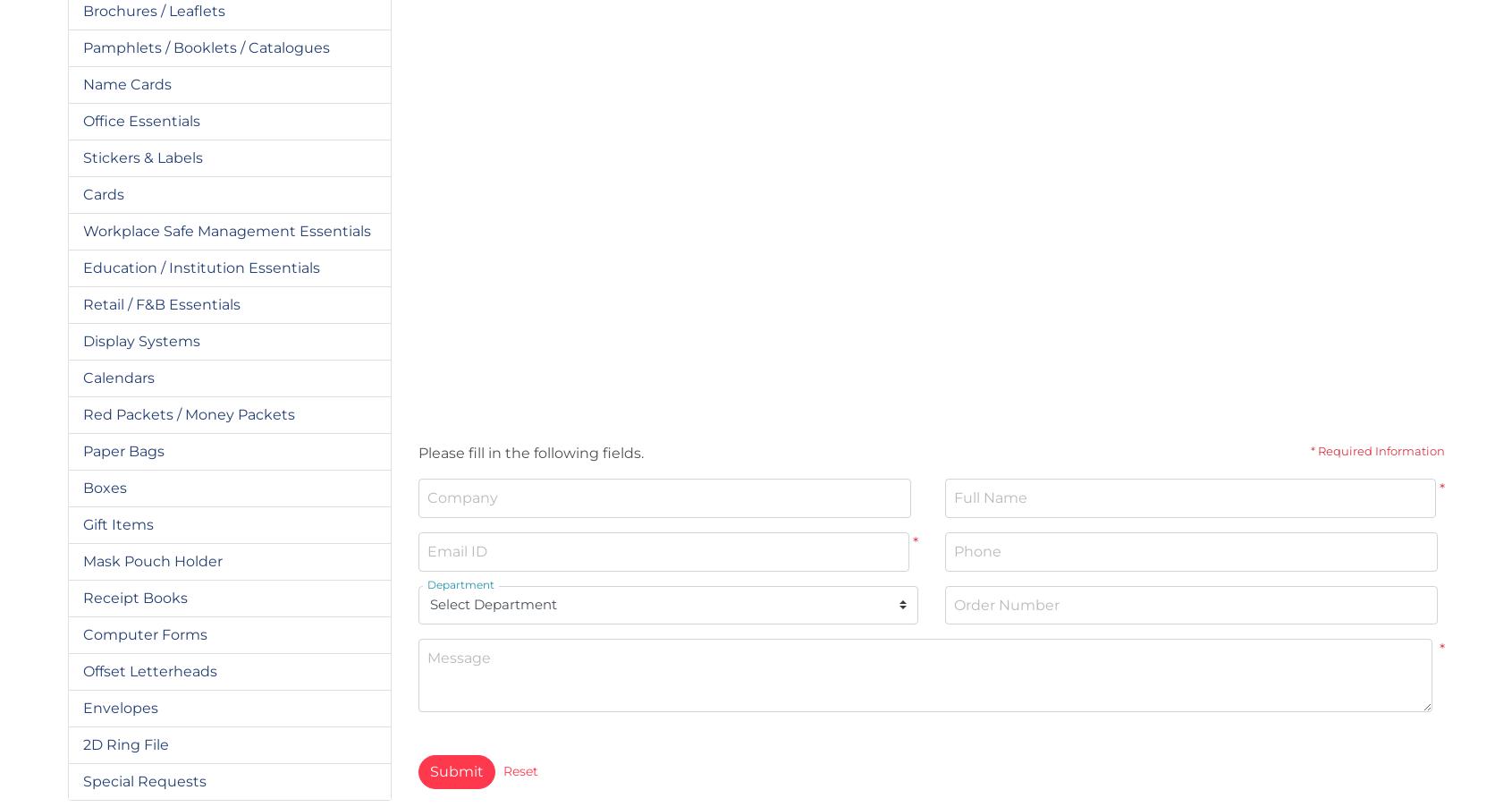  What do you see at coordinates (122, 449) in the screenshot?
I see `'Paper Bags'` at bounding box center [122, 449].